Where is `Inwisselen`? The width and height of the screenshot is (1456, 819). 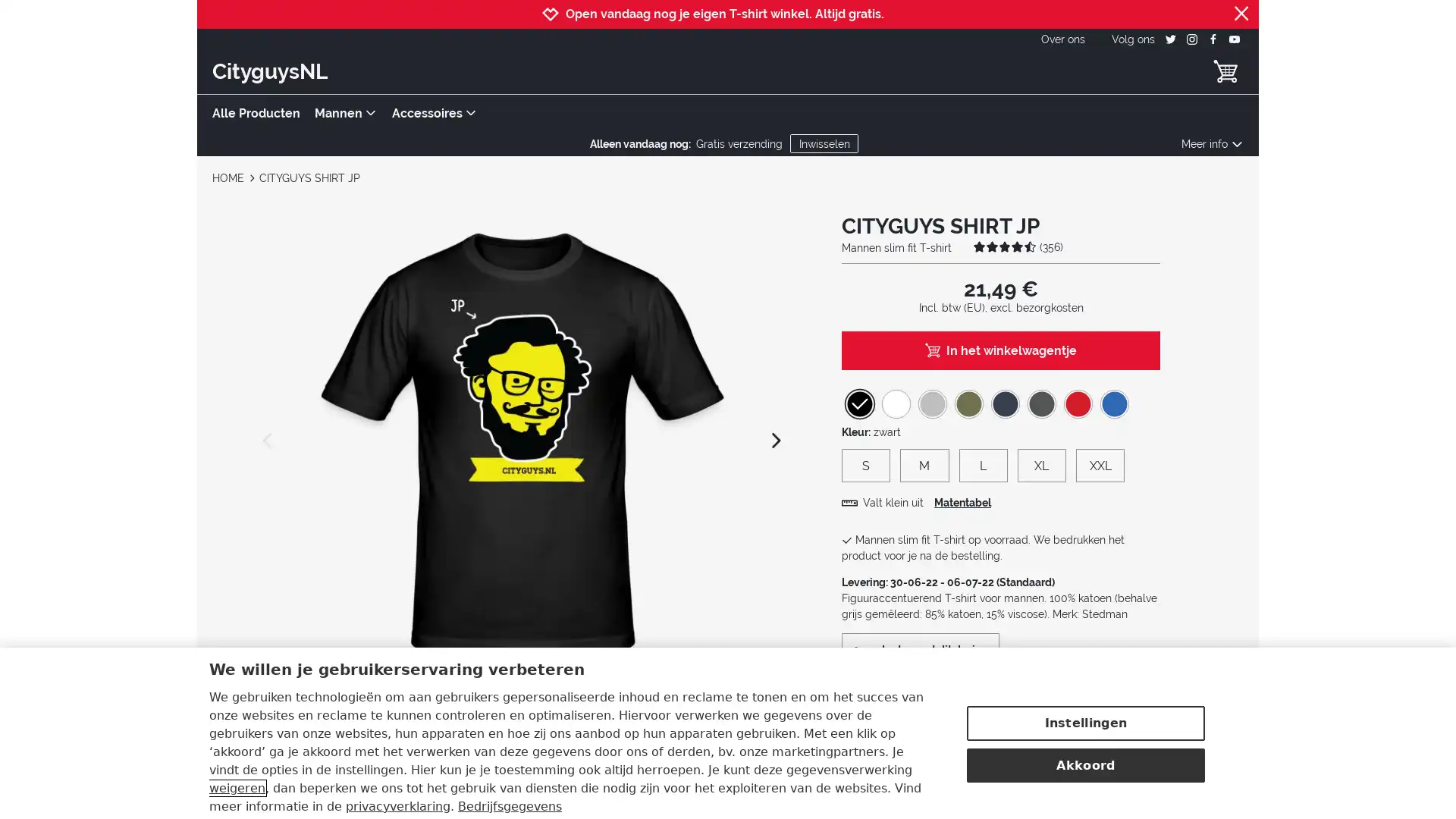
Inwisselen is located at coordinates (823, 143).